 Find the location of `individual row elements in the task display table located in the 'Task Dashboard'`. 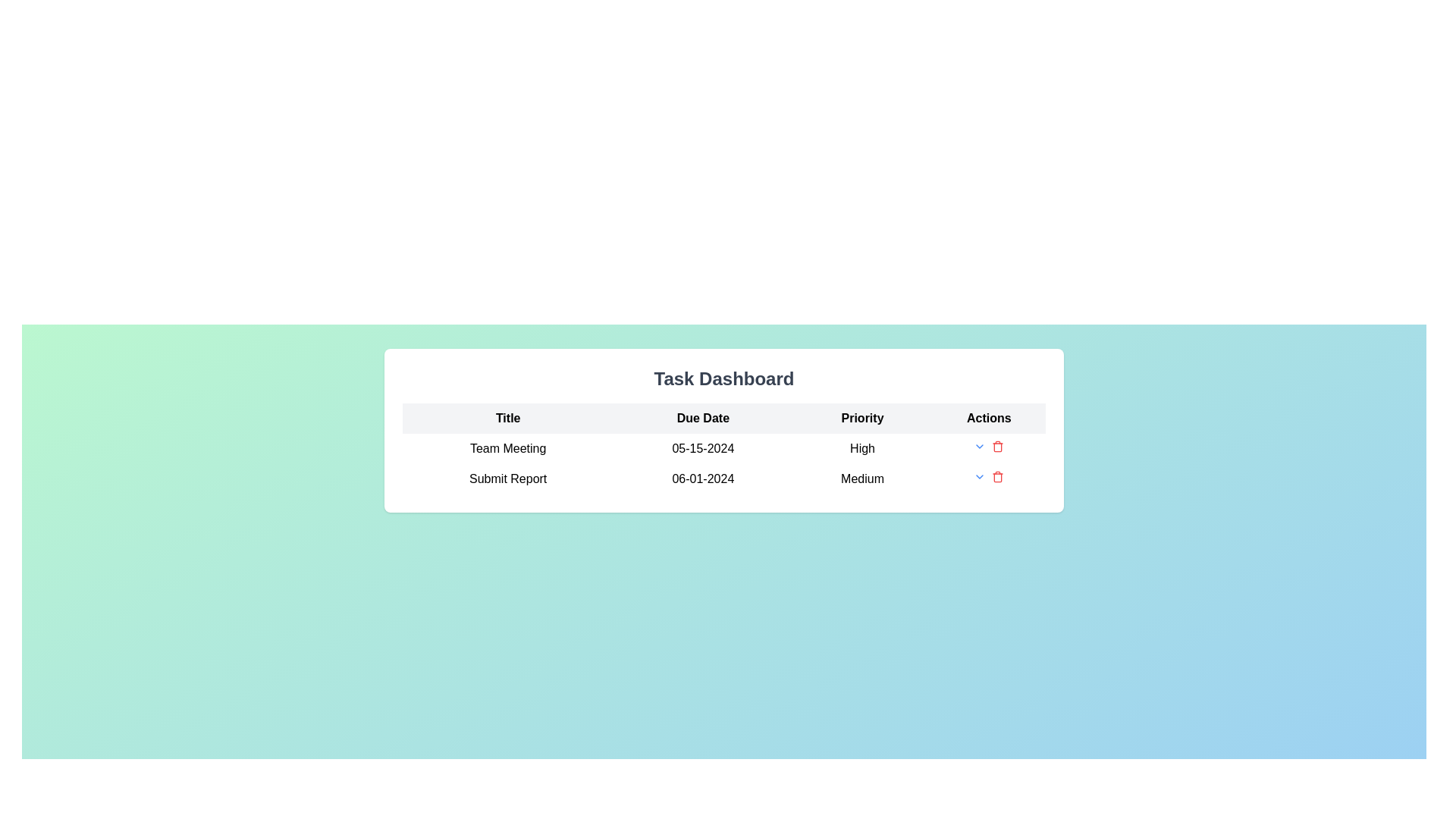

individual row elements in the task display table located in the 'Task Dashboard' is located at coordinates (723, 447).